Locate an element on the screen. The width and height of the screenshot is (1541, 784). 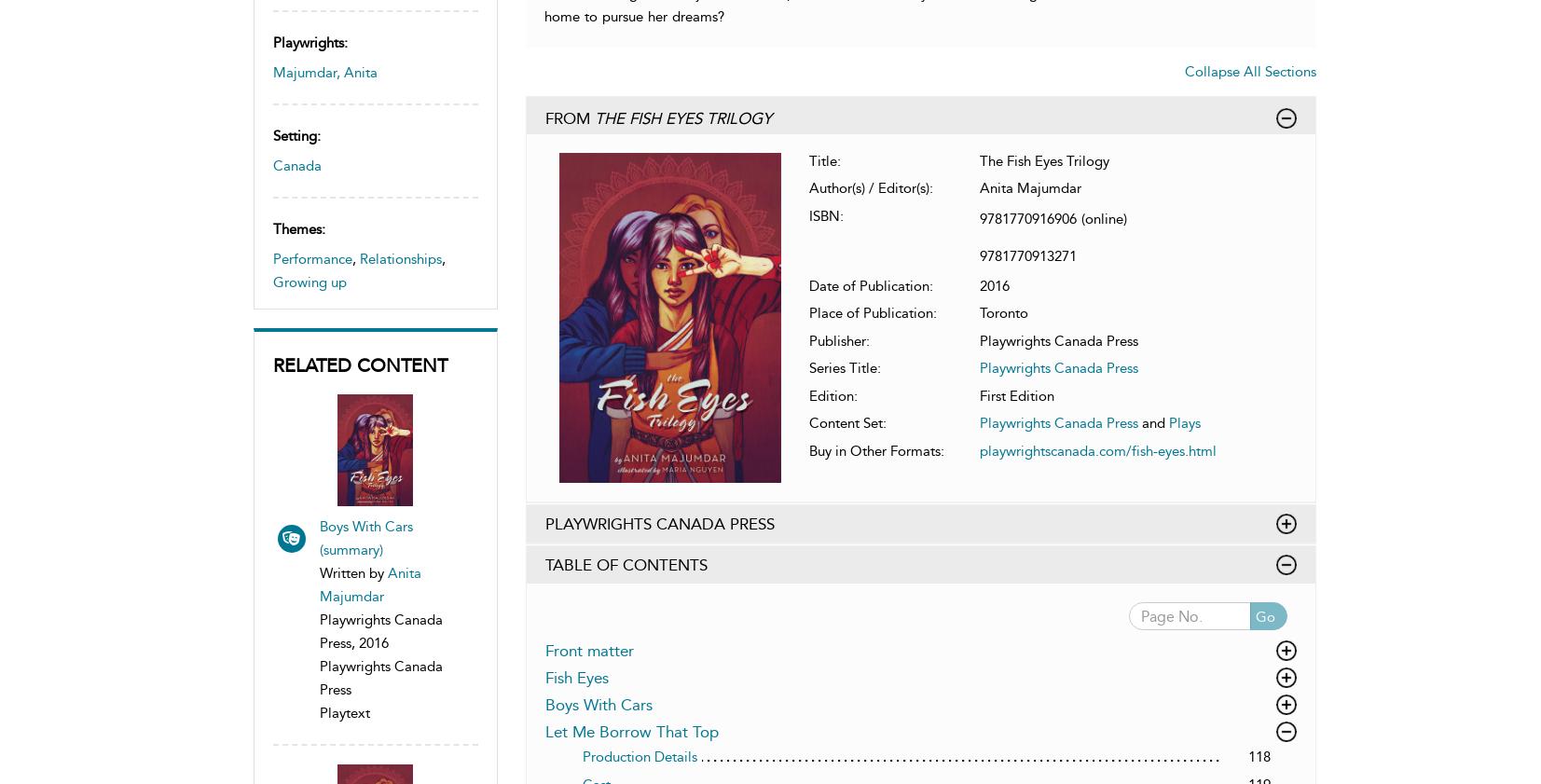
'Buy in Other Formats:' is located at coordinates (876, 449).